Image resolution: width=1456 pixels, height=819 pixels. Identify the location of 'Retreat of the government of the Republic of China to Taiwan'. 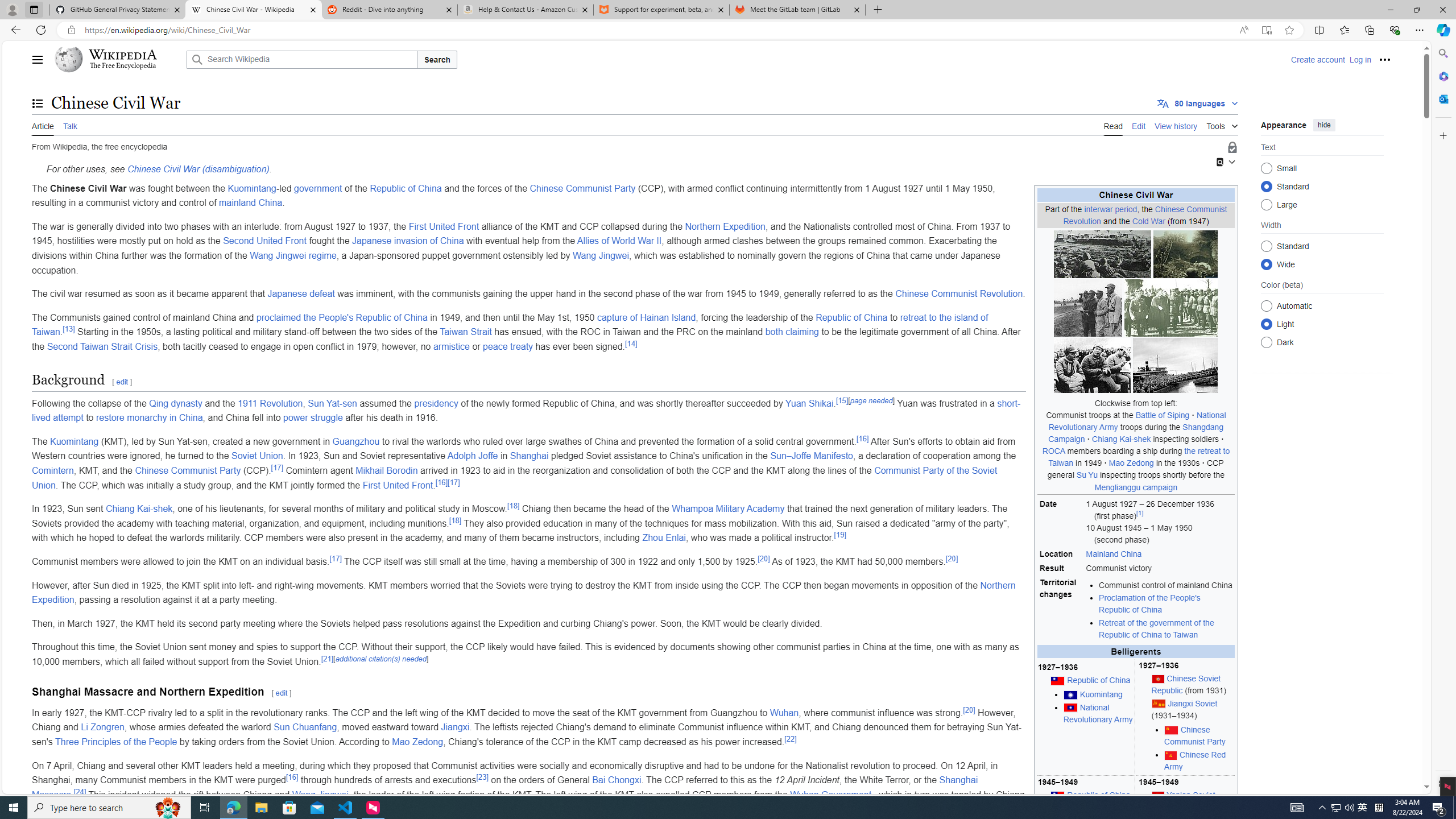
(1166, 628).